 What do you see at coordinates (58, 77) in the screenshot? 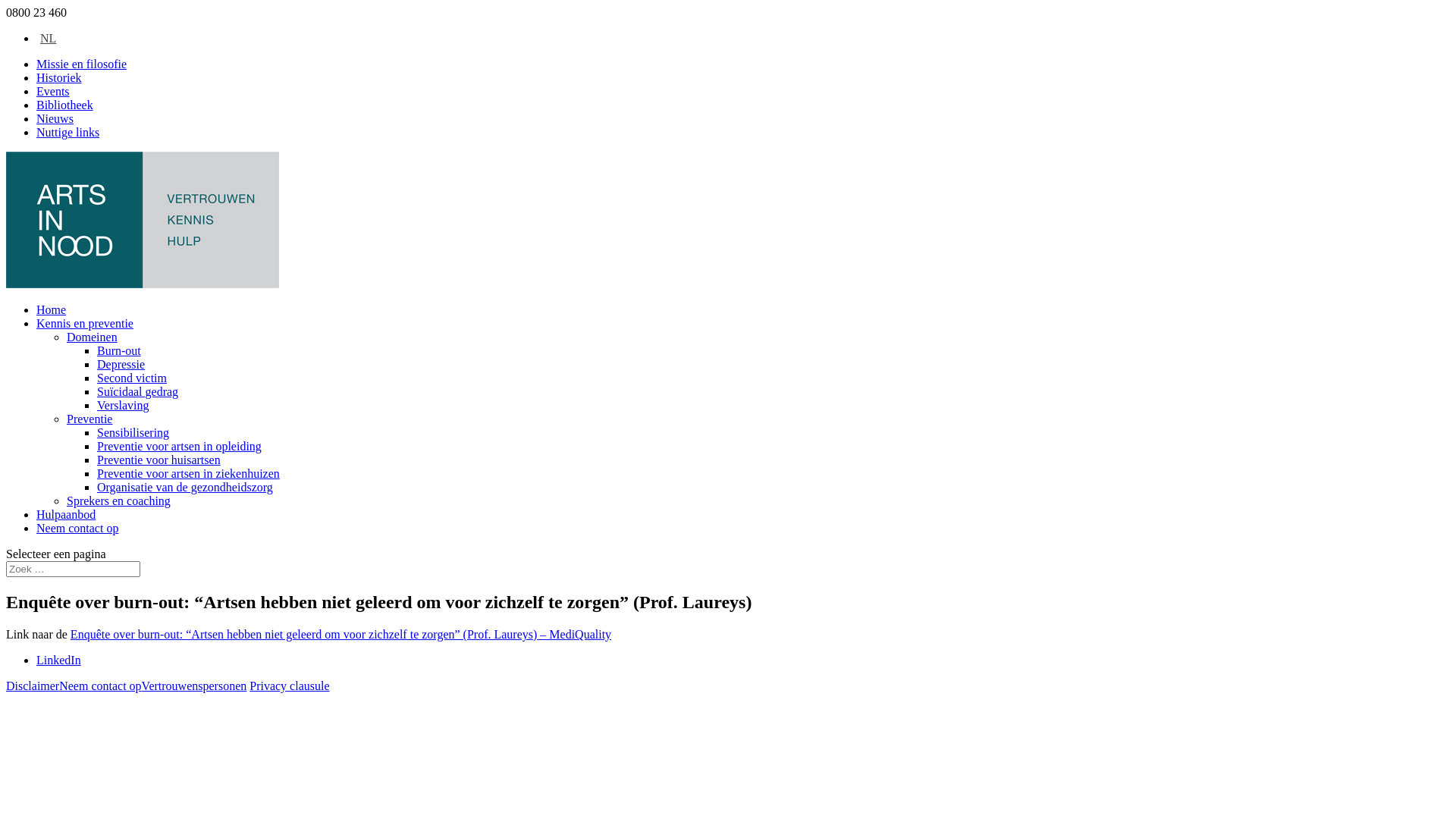
I see `'Historiek'` at bounding box center [58, 77].